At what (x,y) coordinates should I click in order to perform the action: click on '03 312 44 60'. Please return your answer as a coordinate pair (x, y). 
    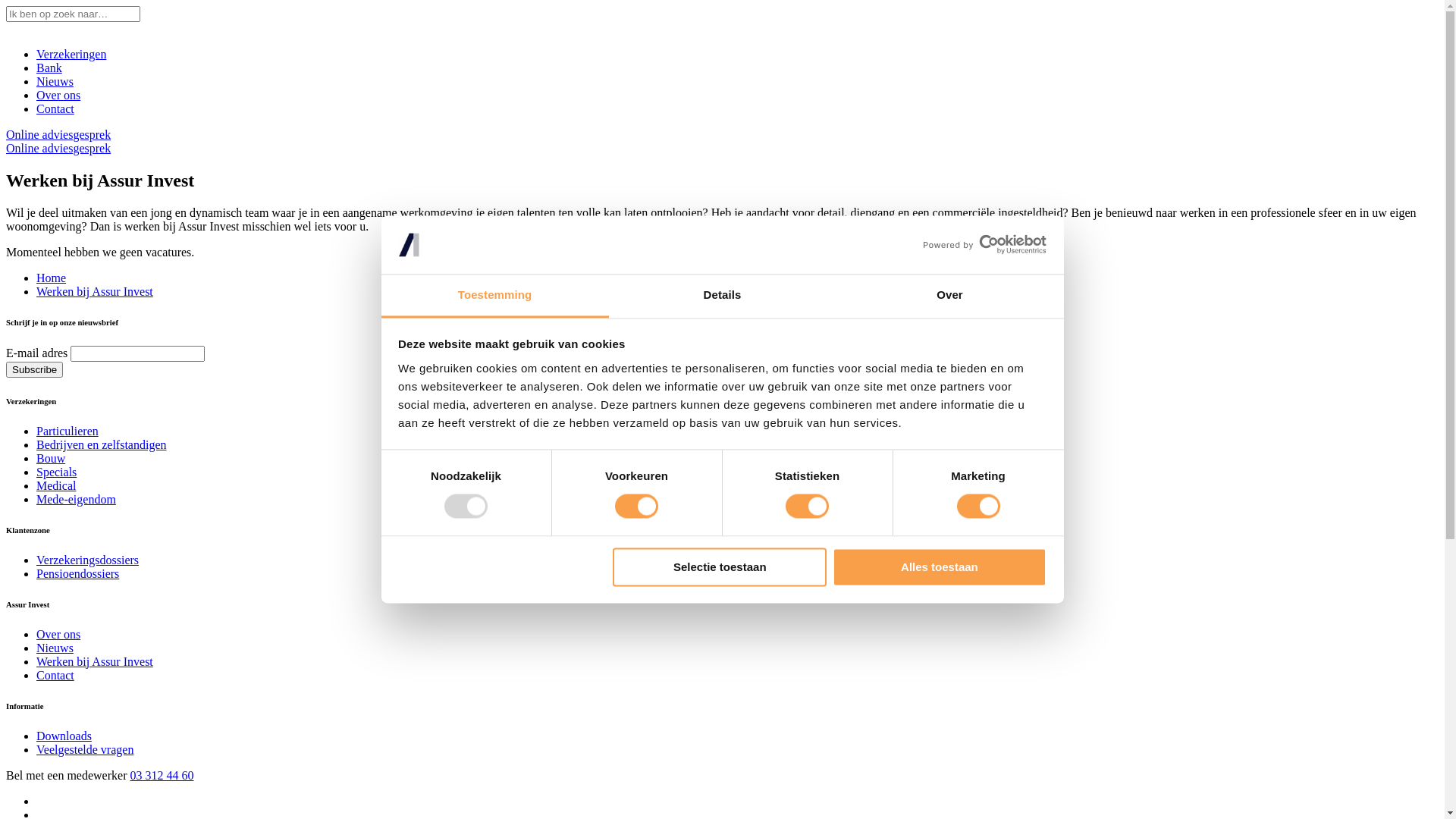
    Looking at the image, I should click on (130, 775).